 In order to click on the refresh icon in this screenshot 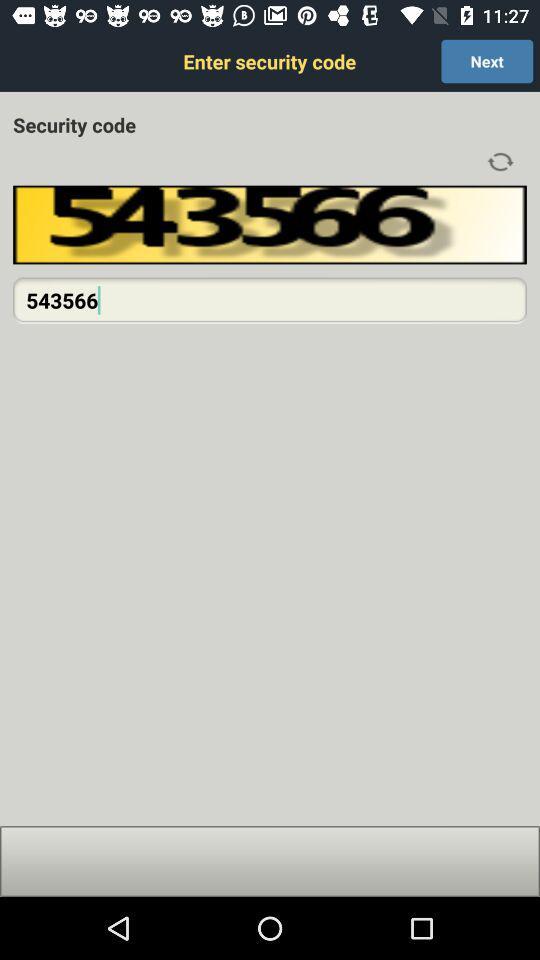, I will do `click(499, 161)`.